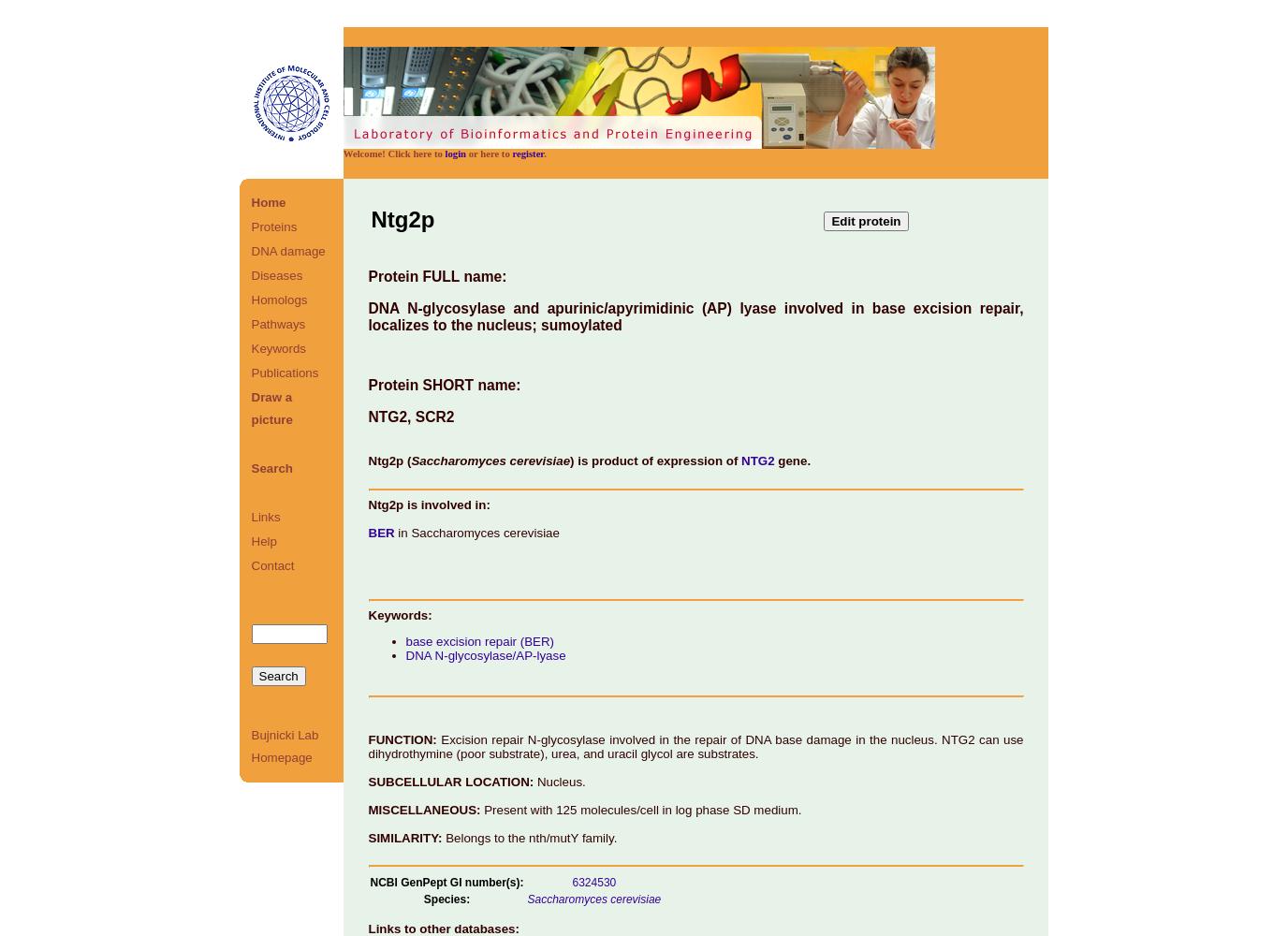 The image size is (1288, 936). Describe the element at coordinates (404, 640) in the screenshot. I see `'base excision repair (BER)'` at that location.